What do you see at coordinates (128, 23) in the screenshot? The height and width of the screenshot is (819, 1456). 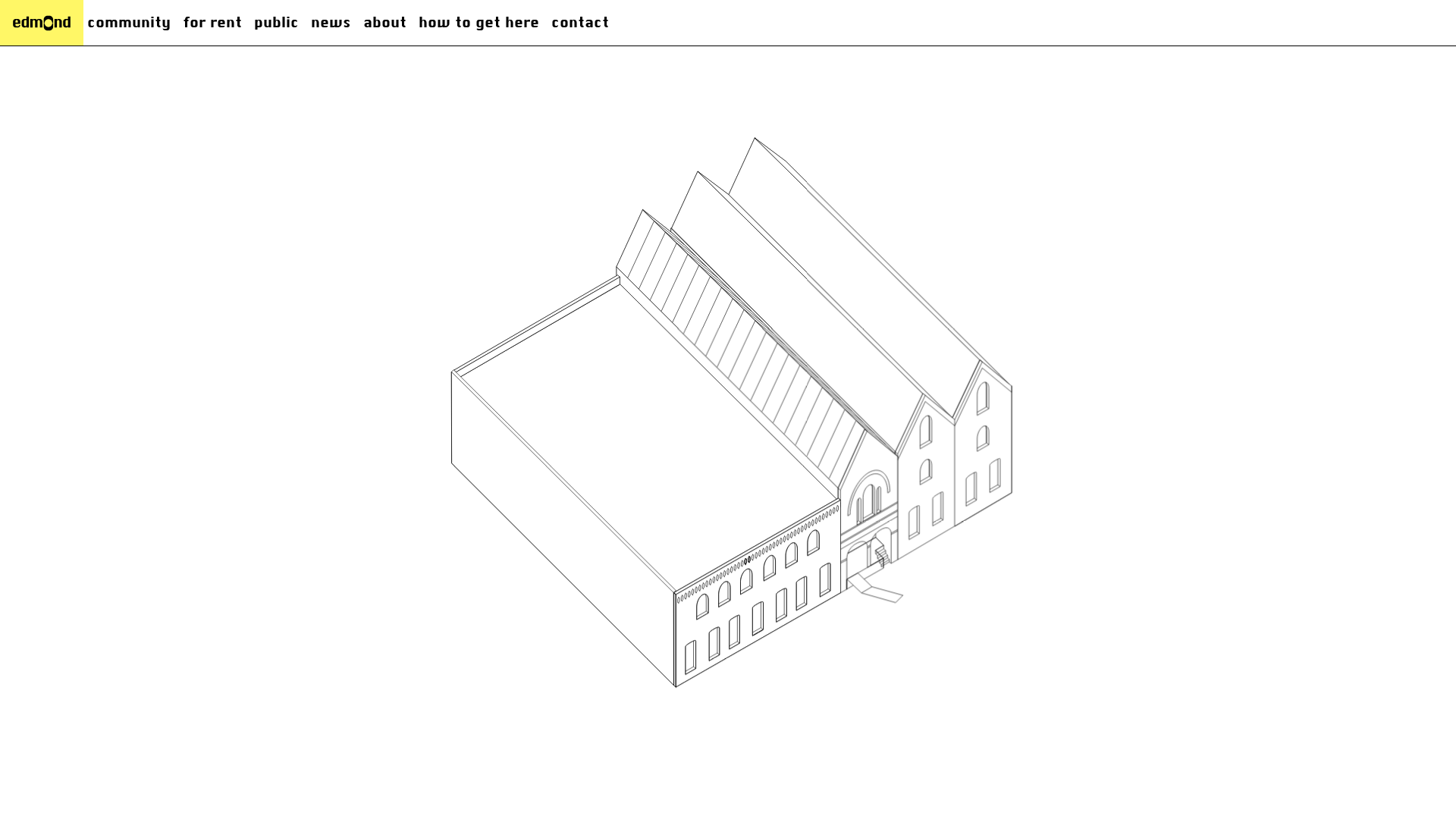 I see `'community'` at bounding box center [128, 23].